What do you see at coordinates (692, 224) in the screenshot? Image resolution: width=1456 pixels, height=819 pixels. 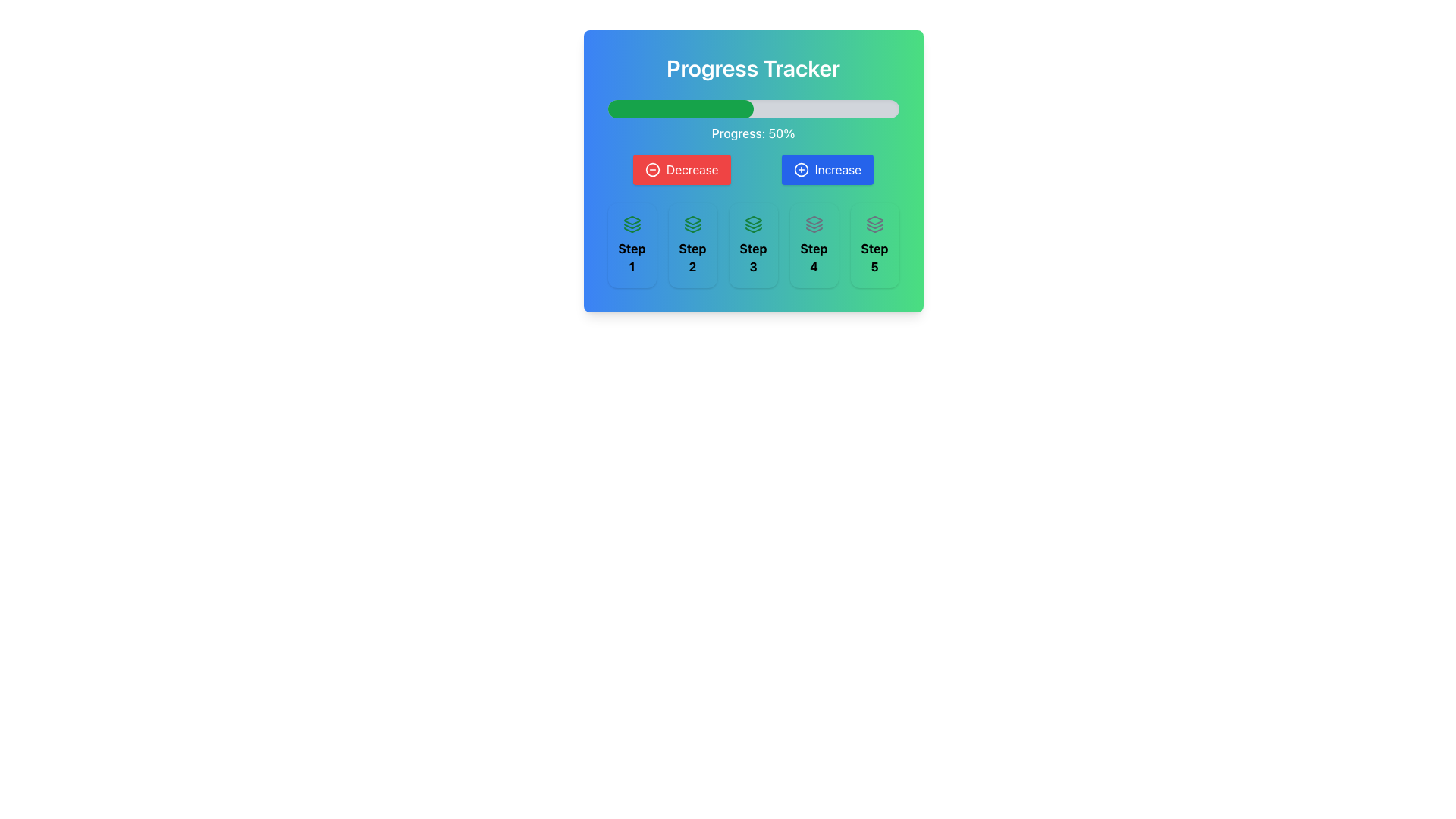 I see `the icon representing 'Step 2' in the Progress Tracker interface, which visually denotes a specific step in the progress tracker` at bounding box center [692, 224].